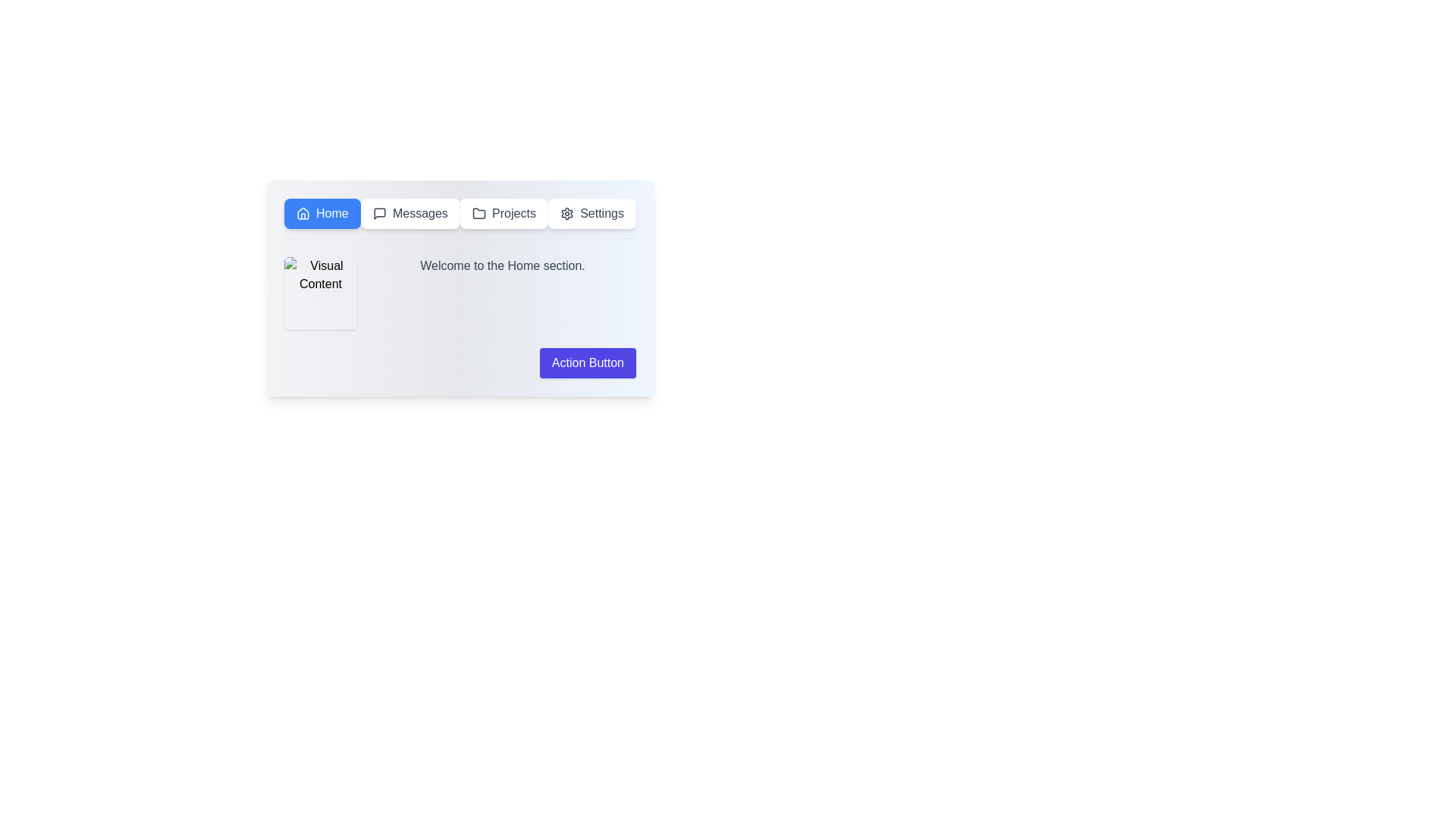 This screenshot has width=1456, height=819. What do you see at coordinates (303, 213) in the screenshot?
I see `the house-shaped icon located on the left side of the 'Home' button in the top-left area of the interface` at bounding box center [303, 213].